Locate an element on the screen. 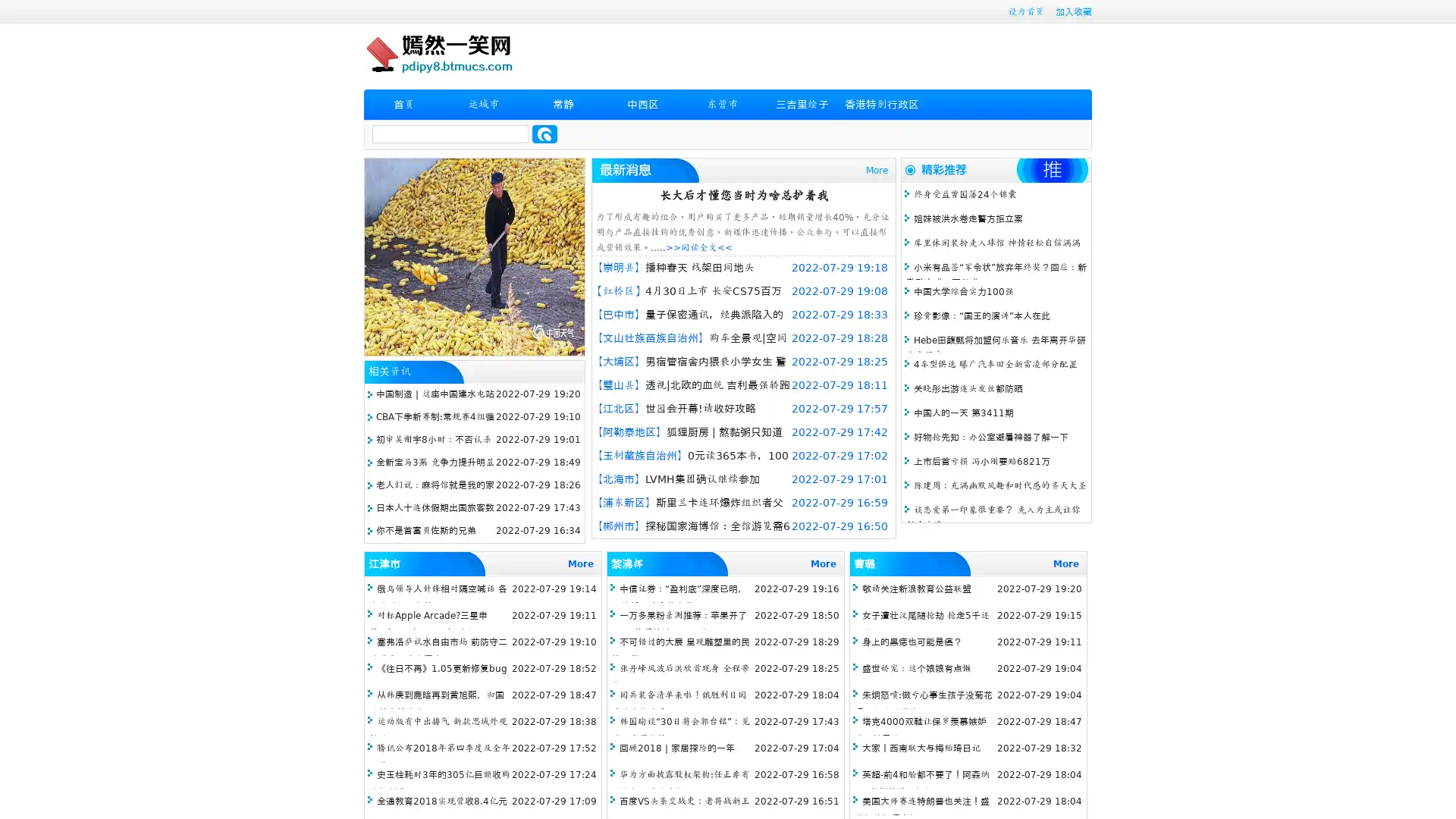 Image resolution: width=1456 pixels, height=819 pixels. Search is located at coordinates (544, 133).